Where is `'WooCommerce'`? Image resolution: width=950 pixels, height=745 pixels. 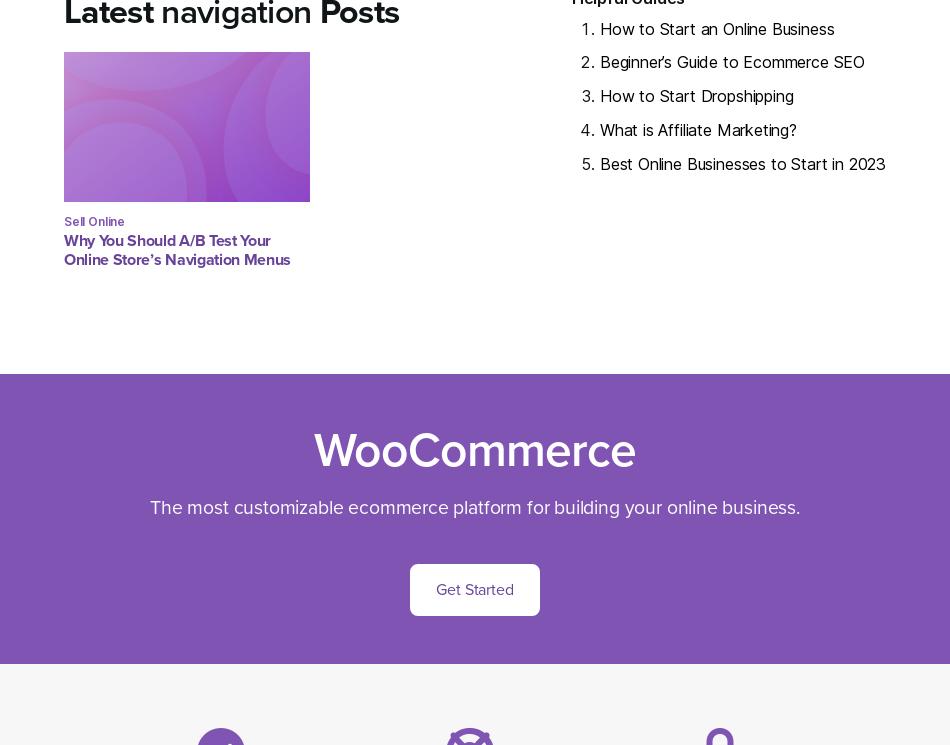 'WooCommerce' is located at coordinates (475, 450).